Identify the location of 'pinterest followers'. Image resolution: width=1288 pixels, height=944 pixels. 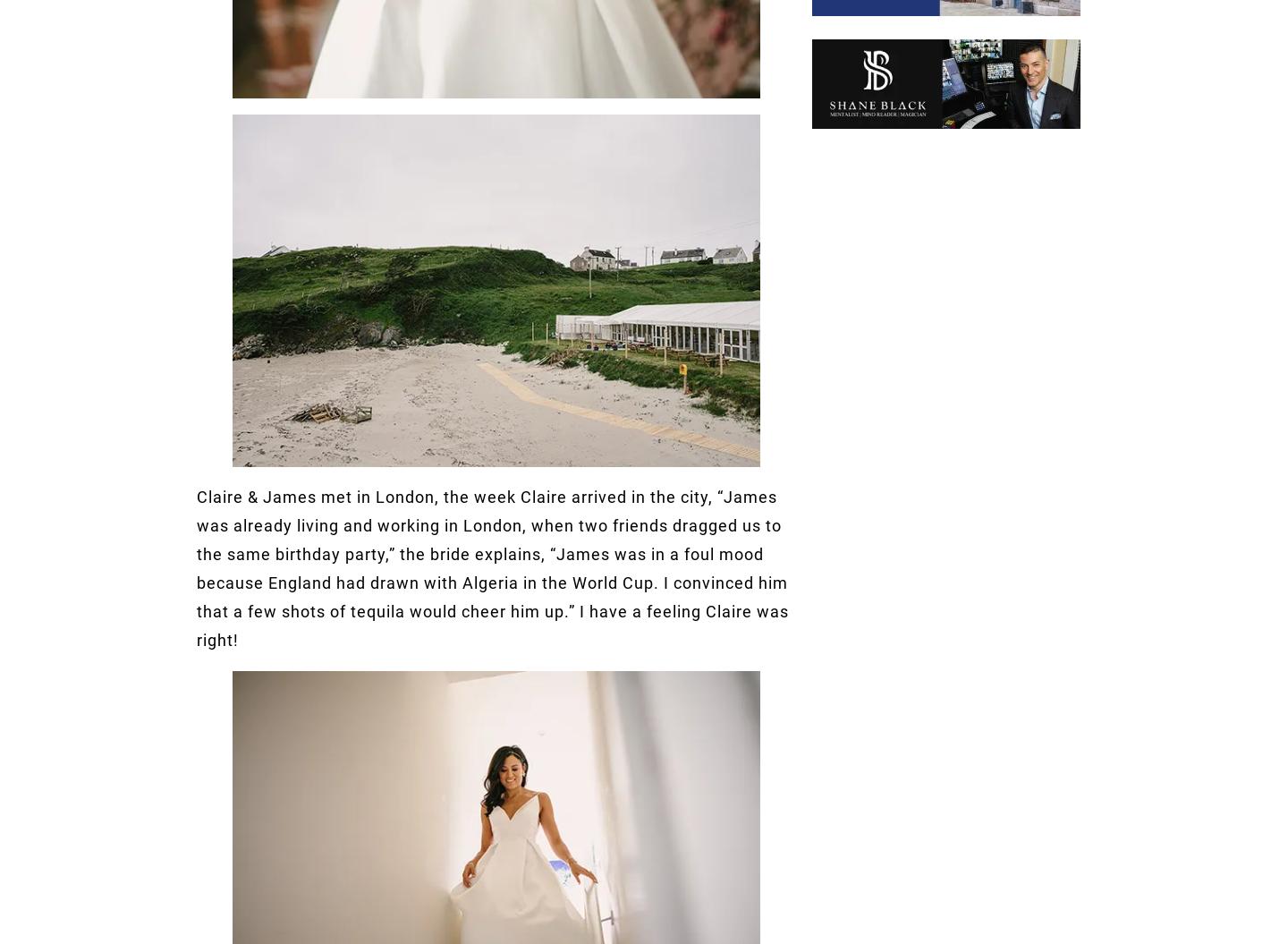
(536, 296).